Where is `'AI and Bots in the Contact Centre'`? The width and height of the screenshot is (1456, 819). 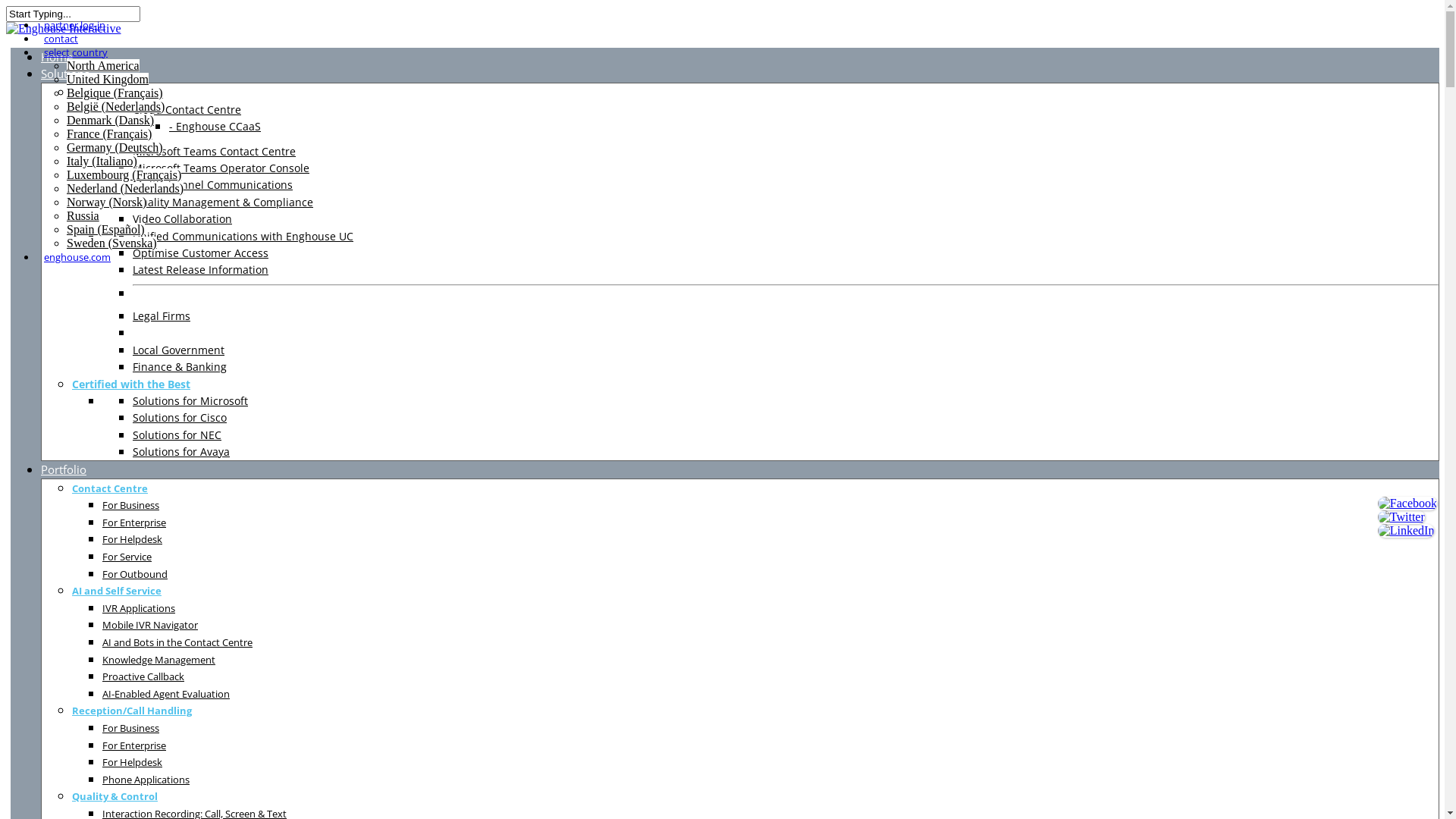 'AI and Bots in the Contact Centre' is located at coordinates (177, 642).